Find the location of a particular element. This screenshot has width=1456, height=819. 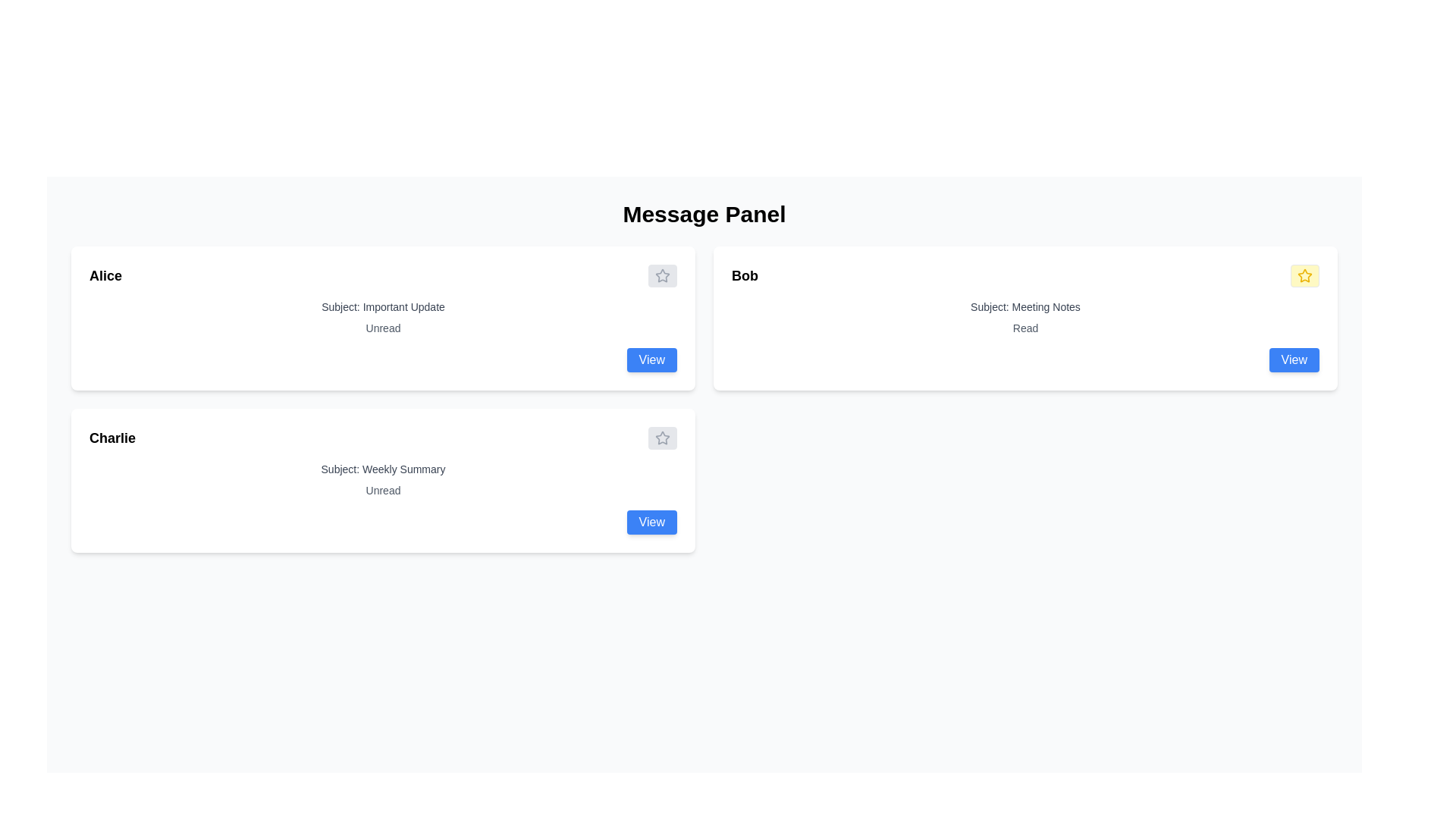

the non-interactive text label 'Read' located within the box labeled 'Bob', positioned below 'Subject: Meeting Notes' and above the 'View' button is located at coordinates (1025, 327).